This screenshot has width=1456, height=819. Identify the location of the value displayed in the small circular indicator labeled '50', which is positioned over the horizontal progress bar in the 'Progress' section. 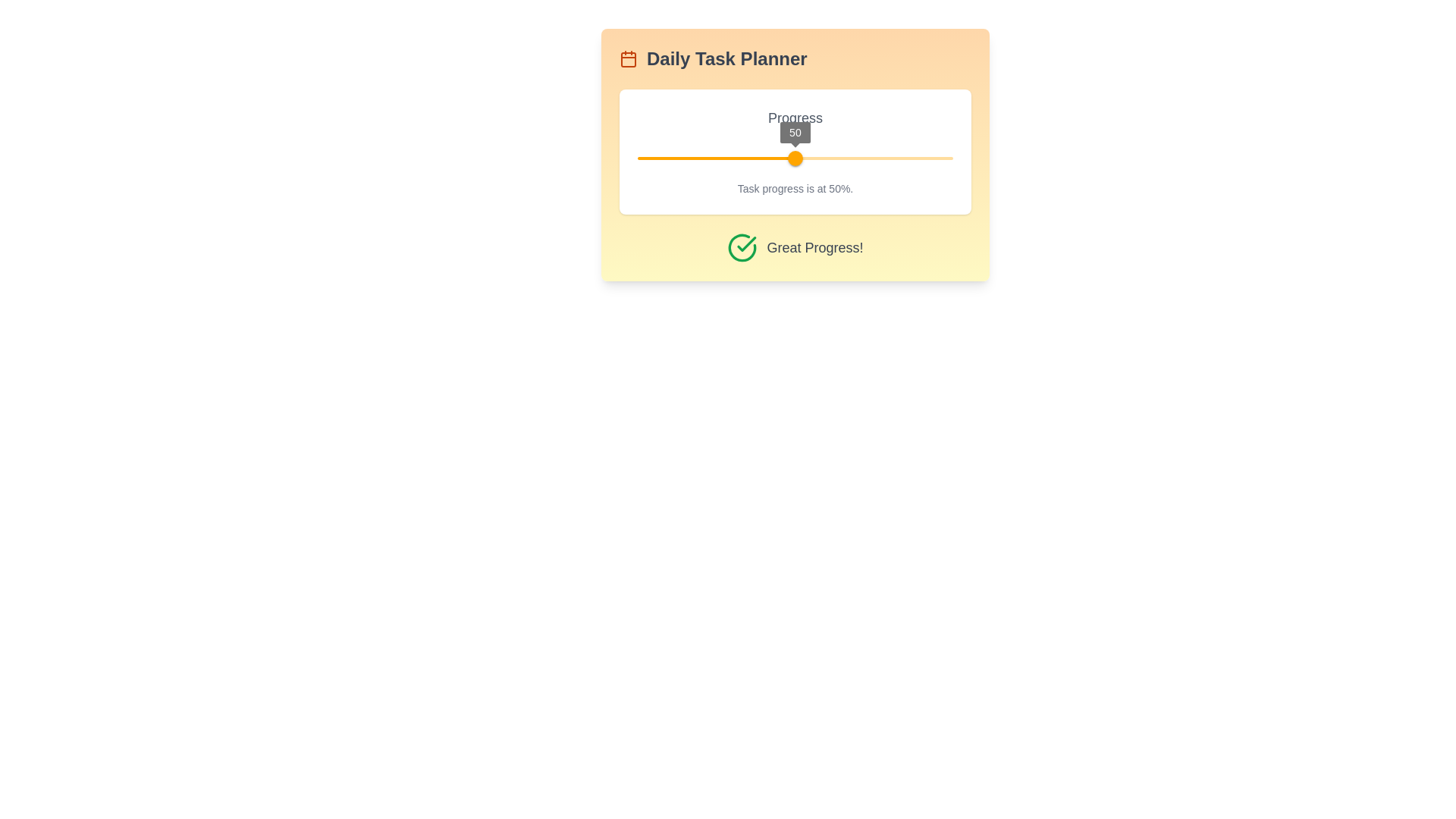
(795, 130).